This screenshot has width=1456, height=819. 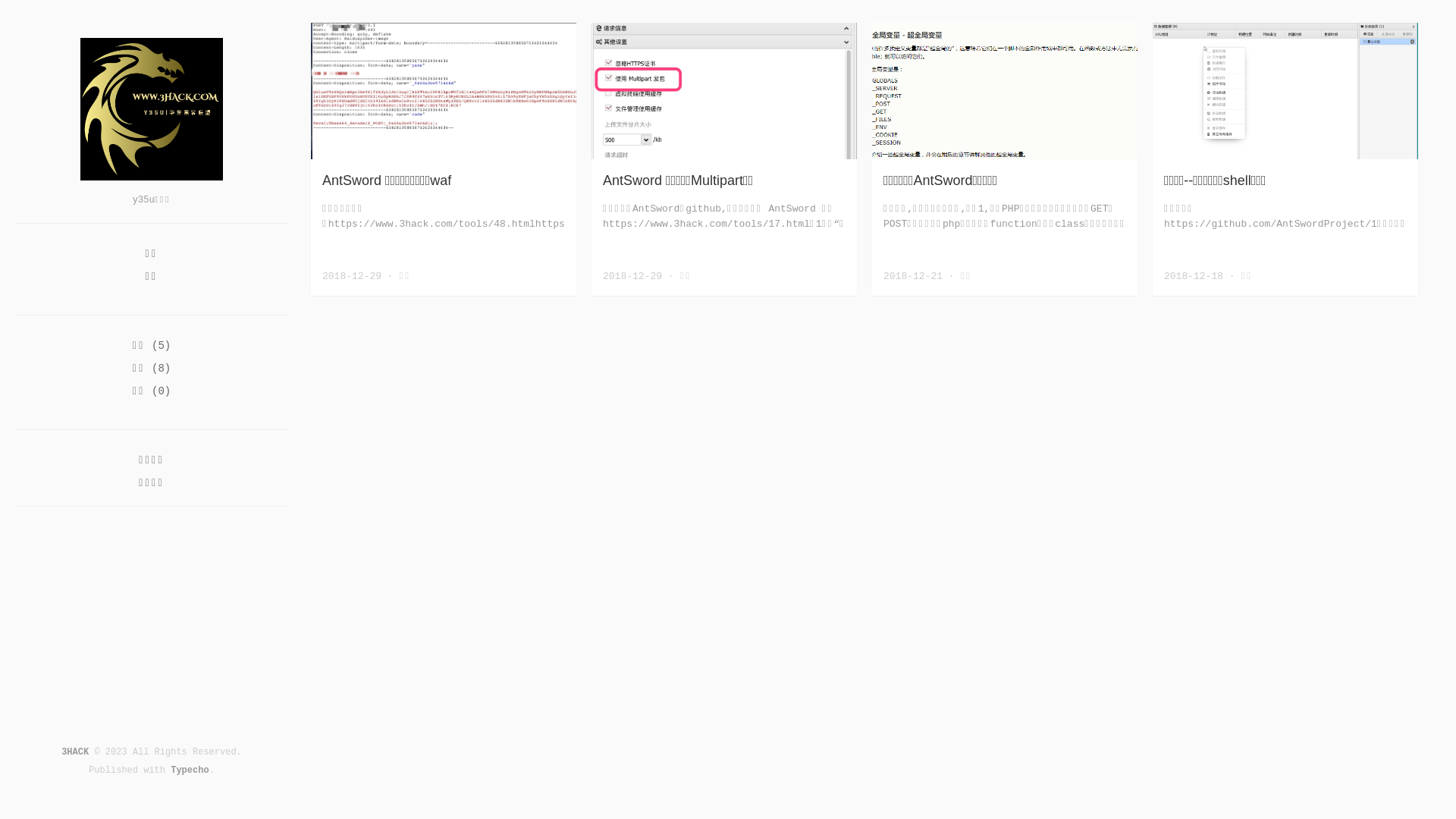 I want to click on '3HACK', so click(x=74, y=752).